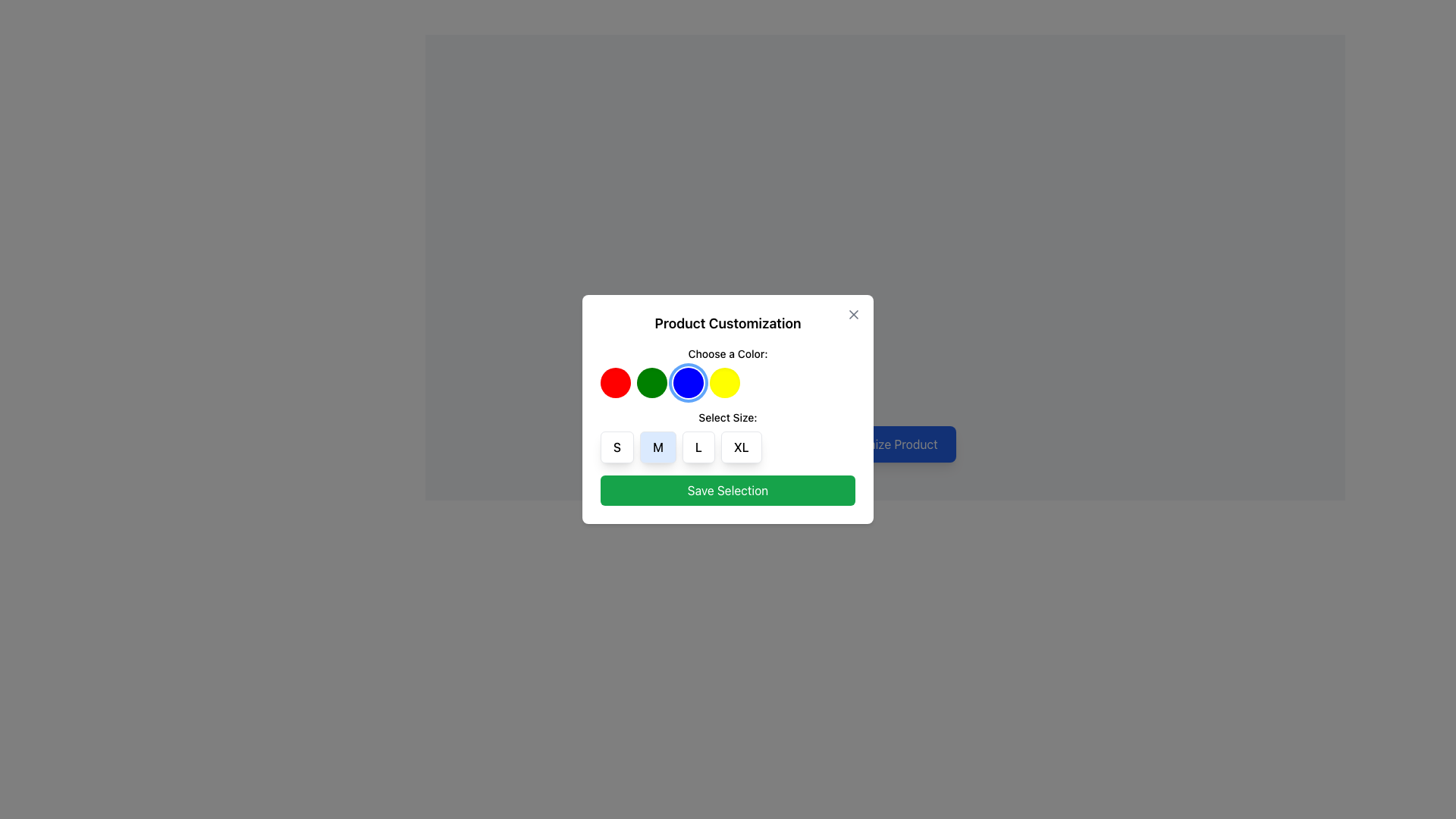 This screenshot has height=819, width=1456. What do you see at coordinates (741, 447) in the screenshot?
I see `the 'XL' button, which is the fourth button in a horizontal group of size options under the 'Select Size:' label` at bounding box center [741, 447].